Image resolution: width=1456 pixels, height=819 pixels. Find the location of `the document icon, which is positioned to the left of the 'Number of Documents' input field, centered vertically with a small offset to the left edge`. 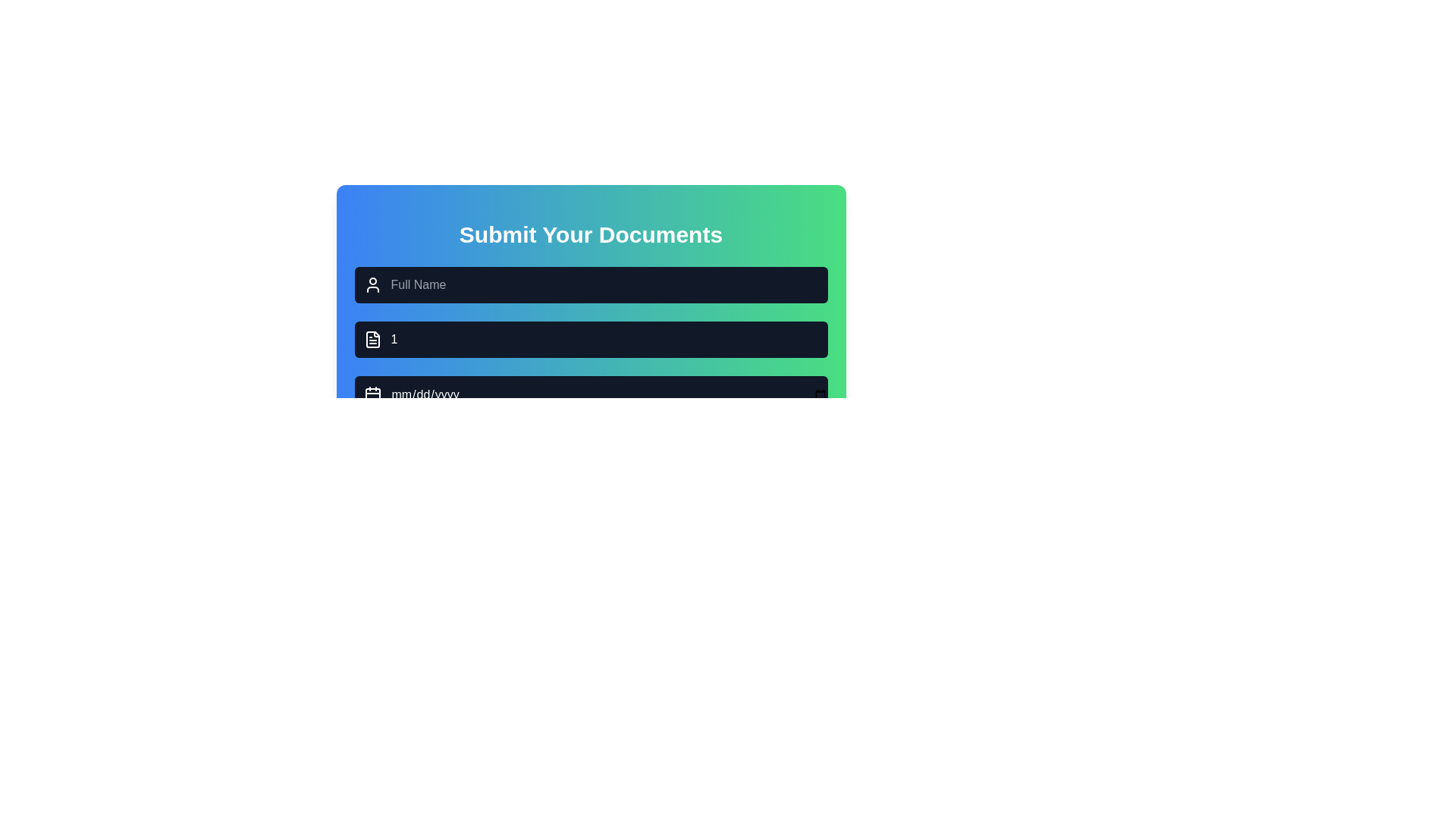

the document icon, which is positioned to the left of the 'Number of Documents' input field, centered vertically with a small offset to the left edge is located at coordinates (372, 338).